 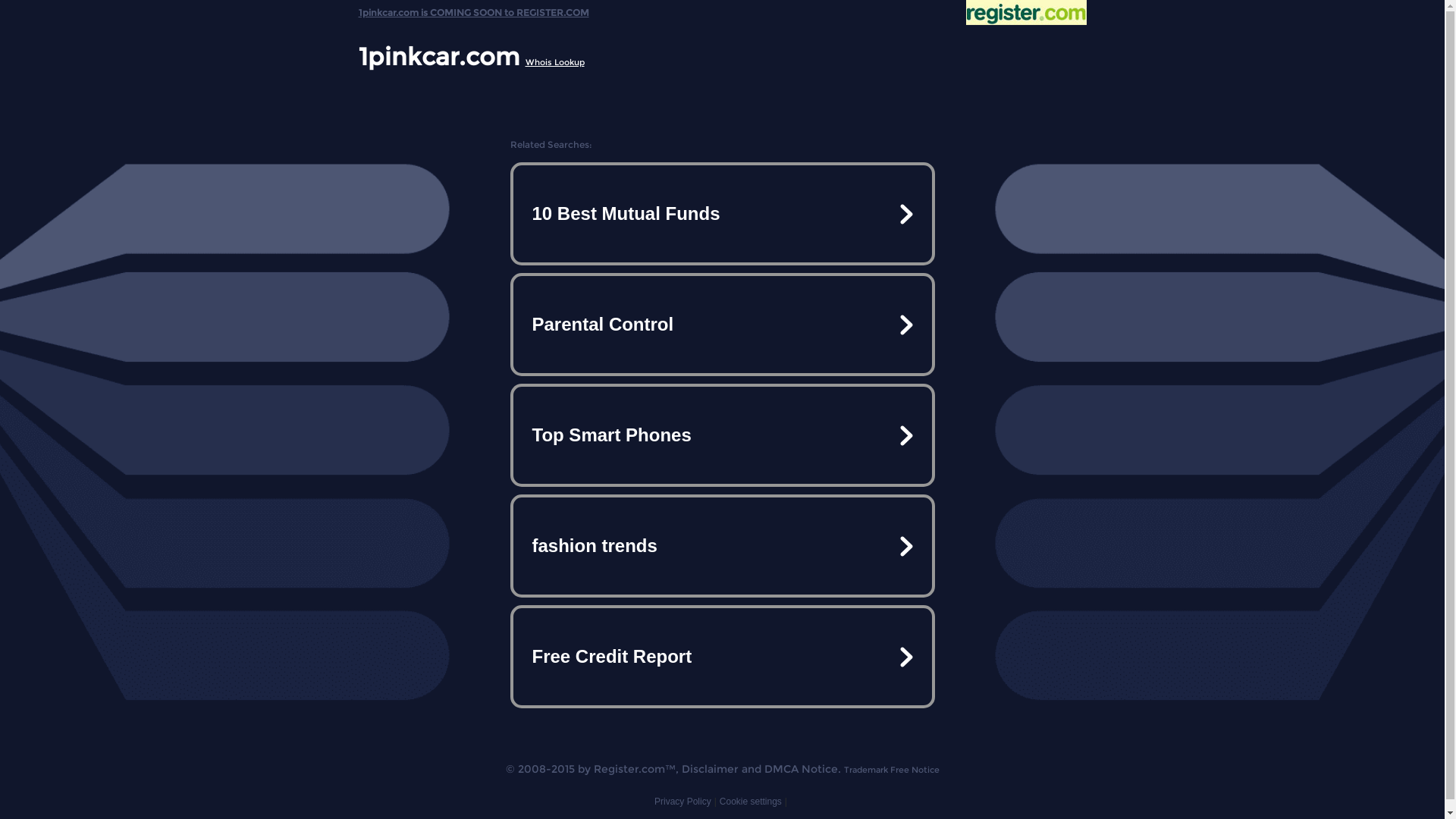 What do you see at coordinates (472, 8) in the screenshot?
I see `'1pinkcar.com is COMING SOON to REGISTER.COM'` at bounding box center [472, 8].